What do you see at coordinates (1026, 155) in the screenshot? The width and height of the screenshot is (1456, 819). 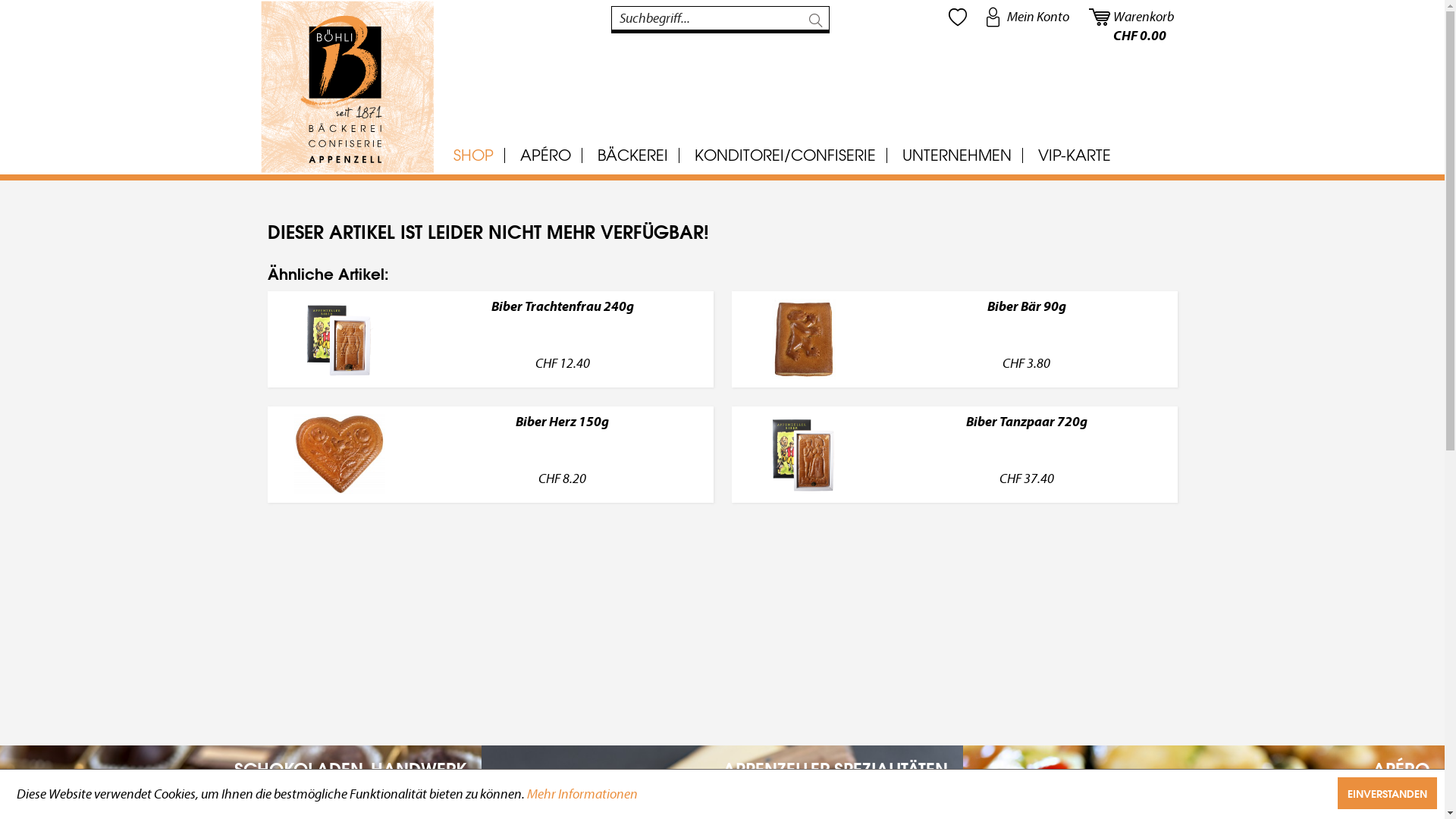 I see `'VIP-KARTE'` at bounding box center [1026, 155].